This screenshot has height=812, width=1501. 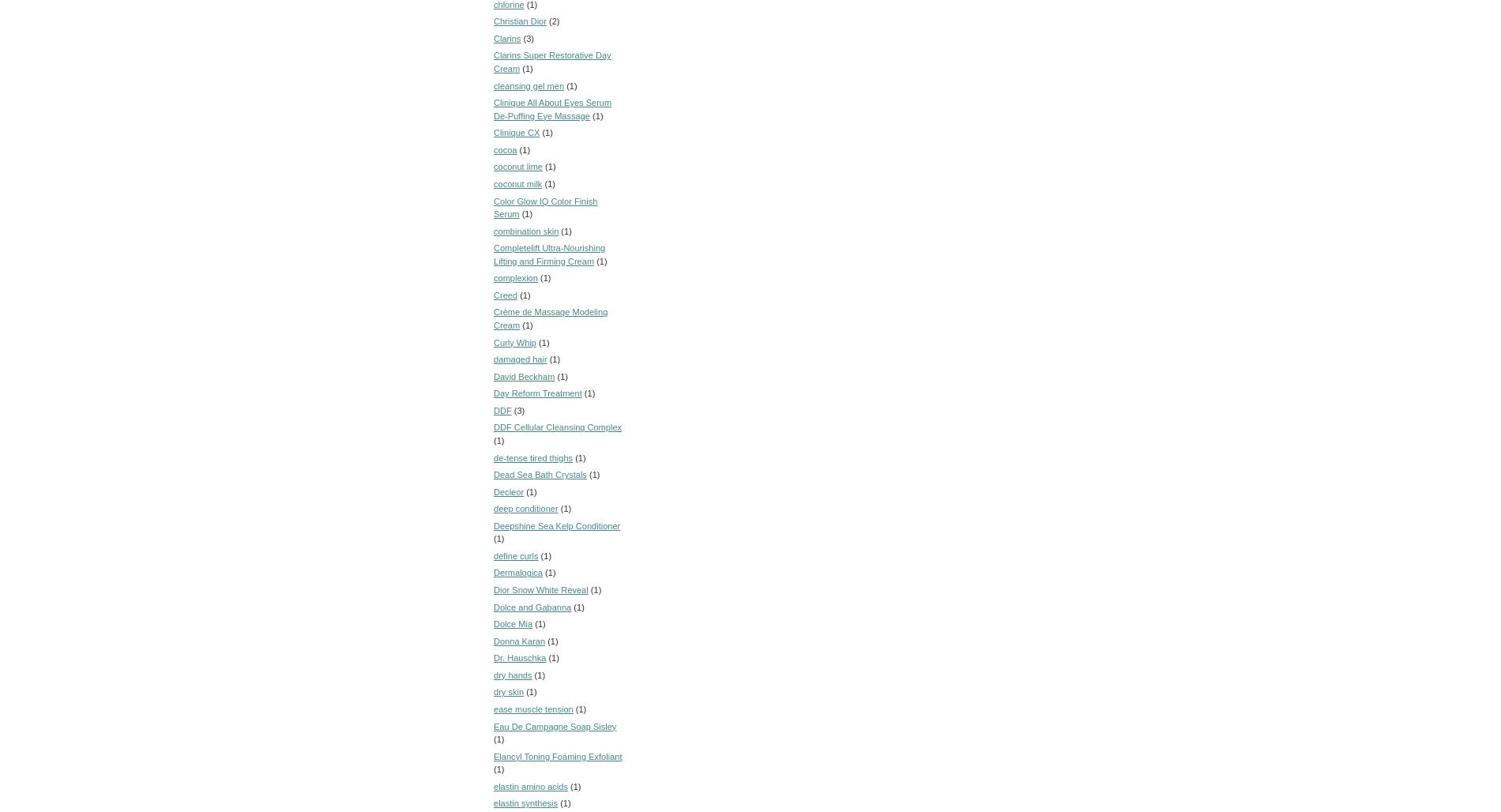 What do you see at coordinates (515, 341) in the screenshot?
I see `'Curly Whip'` at bounding box center [515, 341].